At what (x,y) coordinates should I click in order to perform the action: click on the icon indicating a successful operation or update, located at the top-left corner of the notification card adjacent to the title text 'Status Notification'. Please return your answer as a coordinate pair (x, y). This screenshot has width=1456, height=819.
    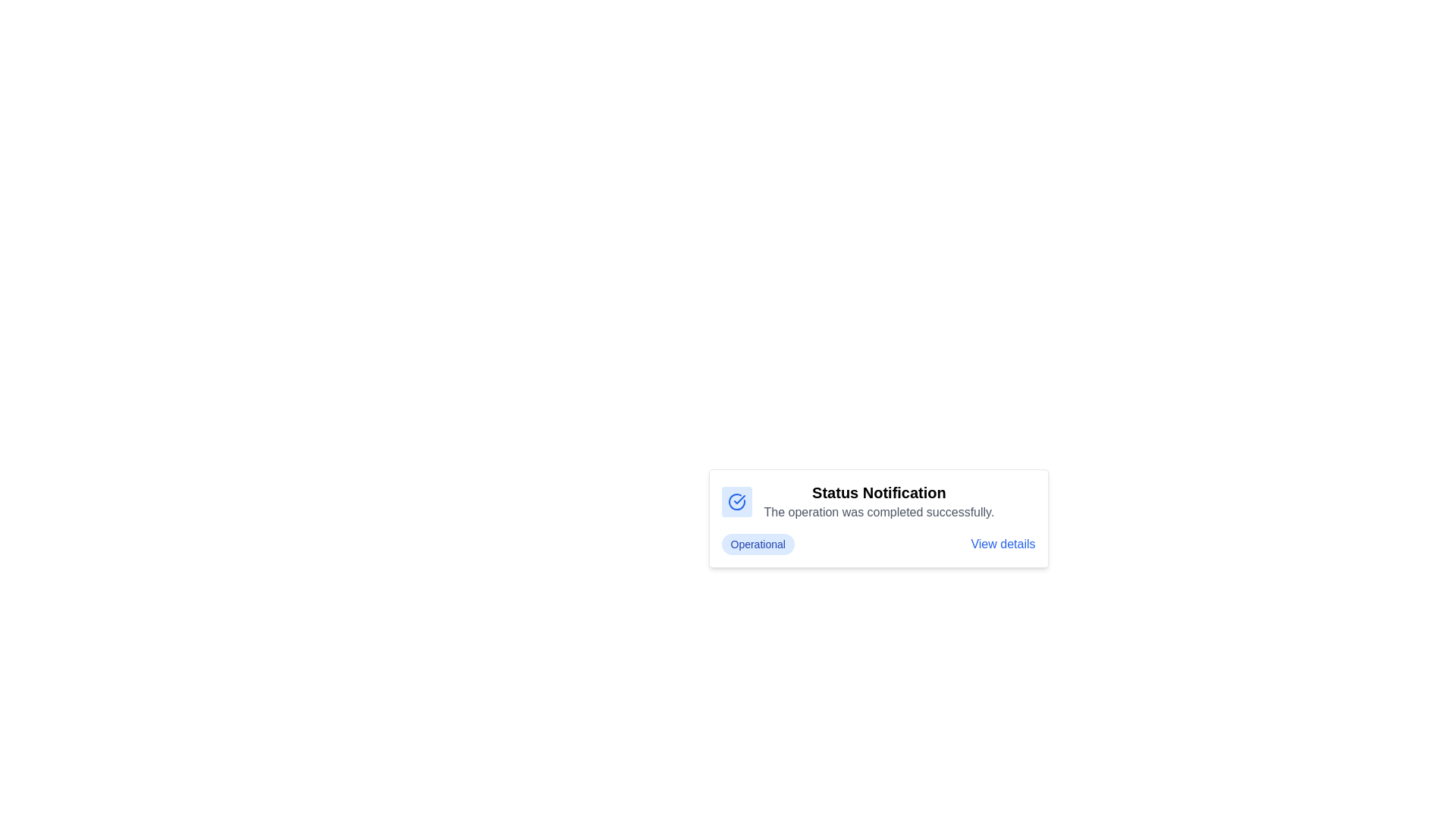
    Looking at the image, I should click on (736, 502).